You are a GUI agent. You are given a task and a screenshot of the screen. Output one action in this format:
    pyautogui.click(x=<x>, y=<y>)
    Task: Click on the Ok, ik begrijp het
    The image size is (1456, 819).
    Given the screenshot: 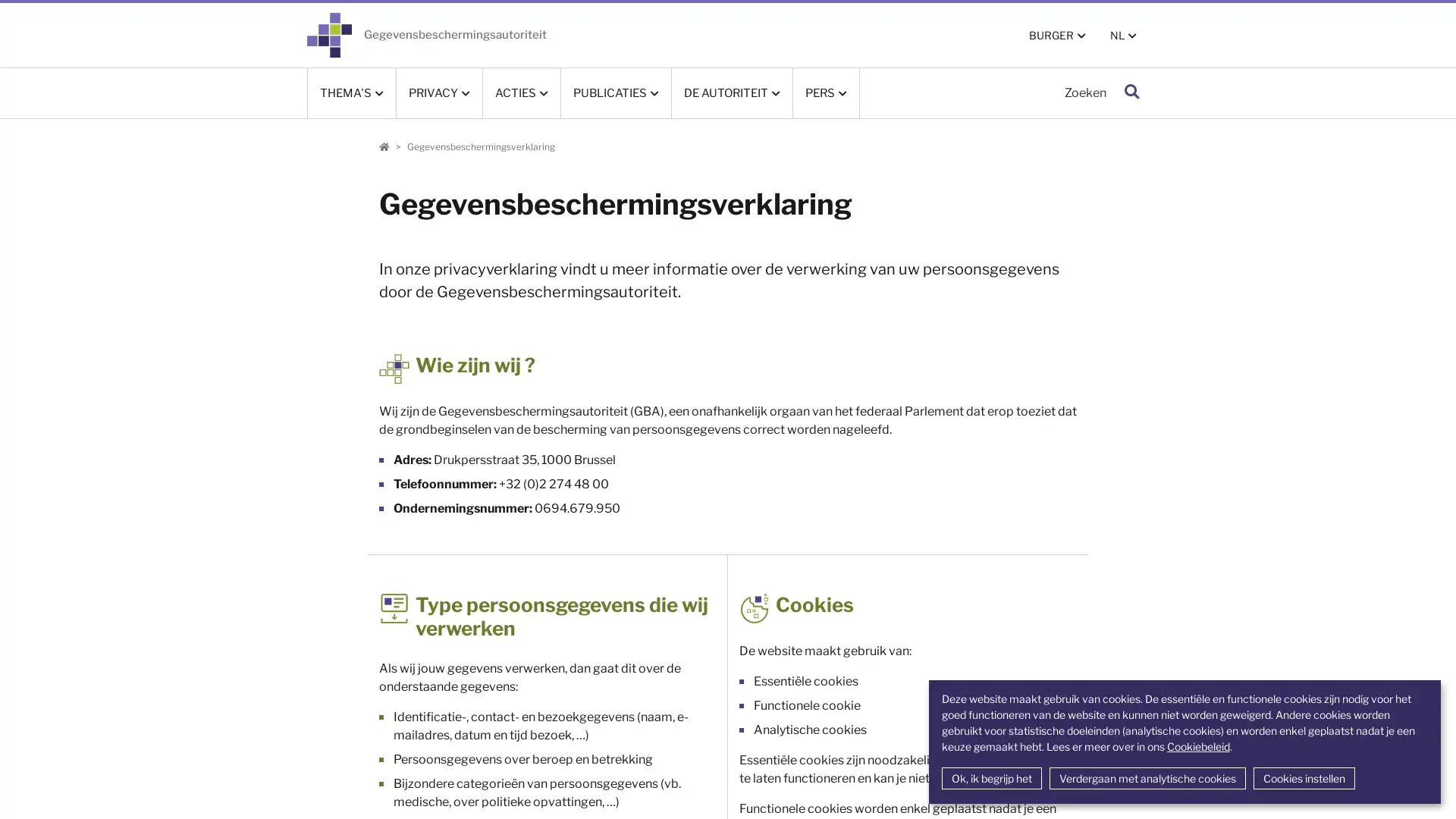 What is the action you would take?
    pyautogui.click(x=990, y=778)
    